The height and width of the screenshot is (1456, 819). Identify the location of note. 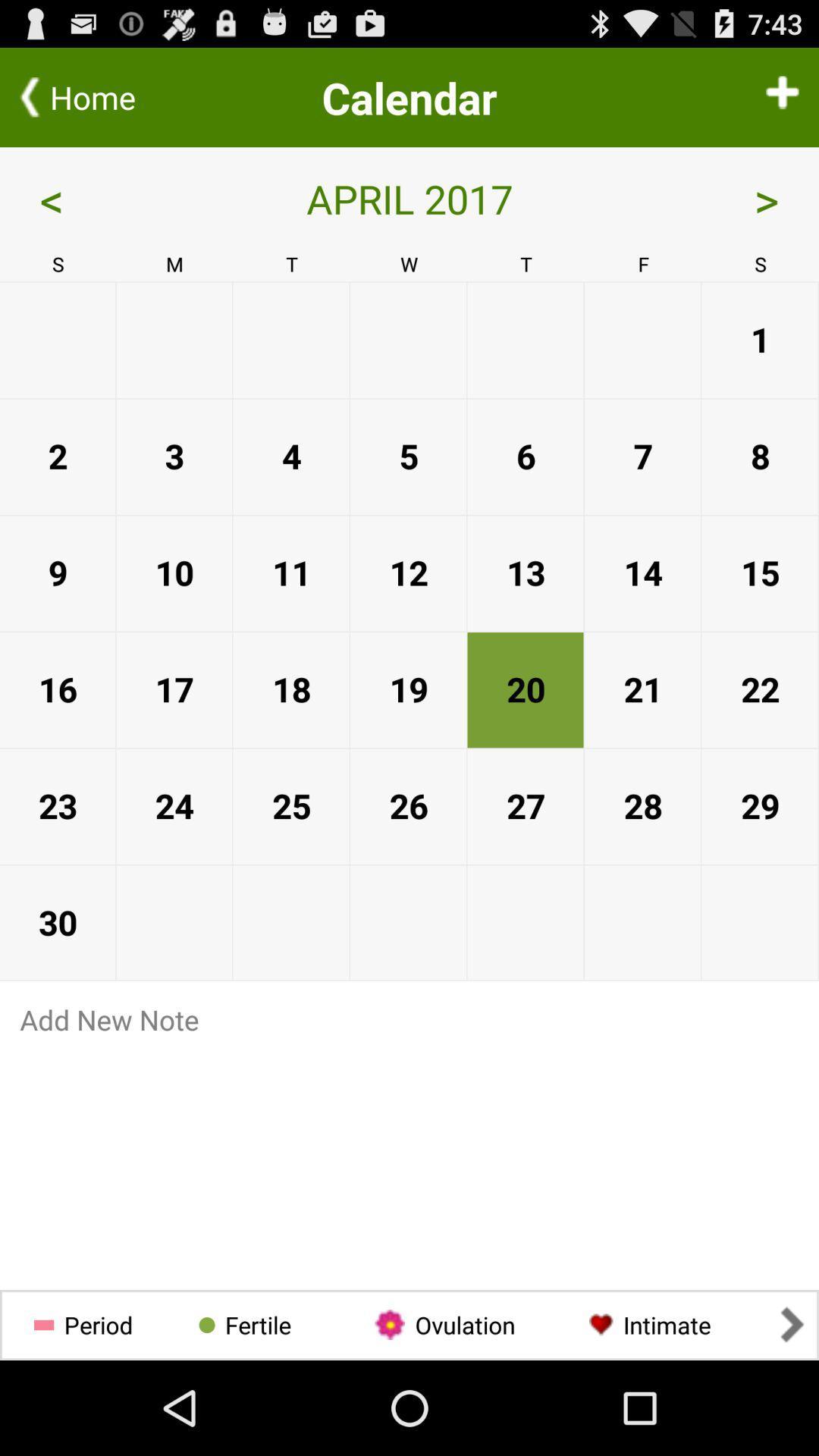
(409, 1156).